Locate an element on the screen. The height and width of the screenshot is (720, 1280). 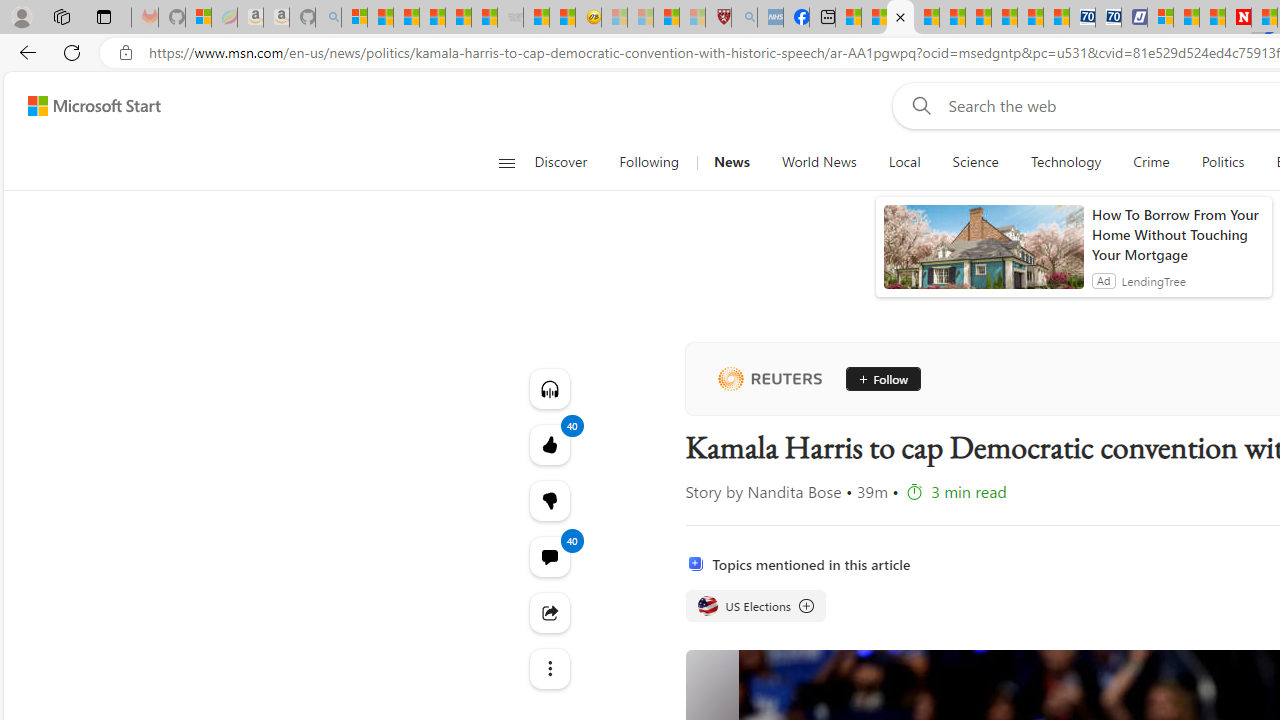
'40' is located at coordinates (549, 499).